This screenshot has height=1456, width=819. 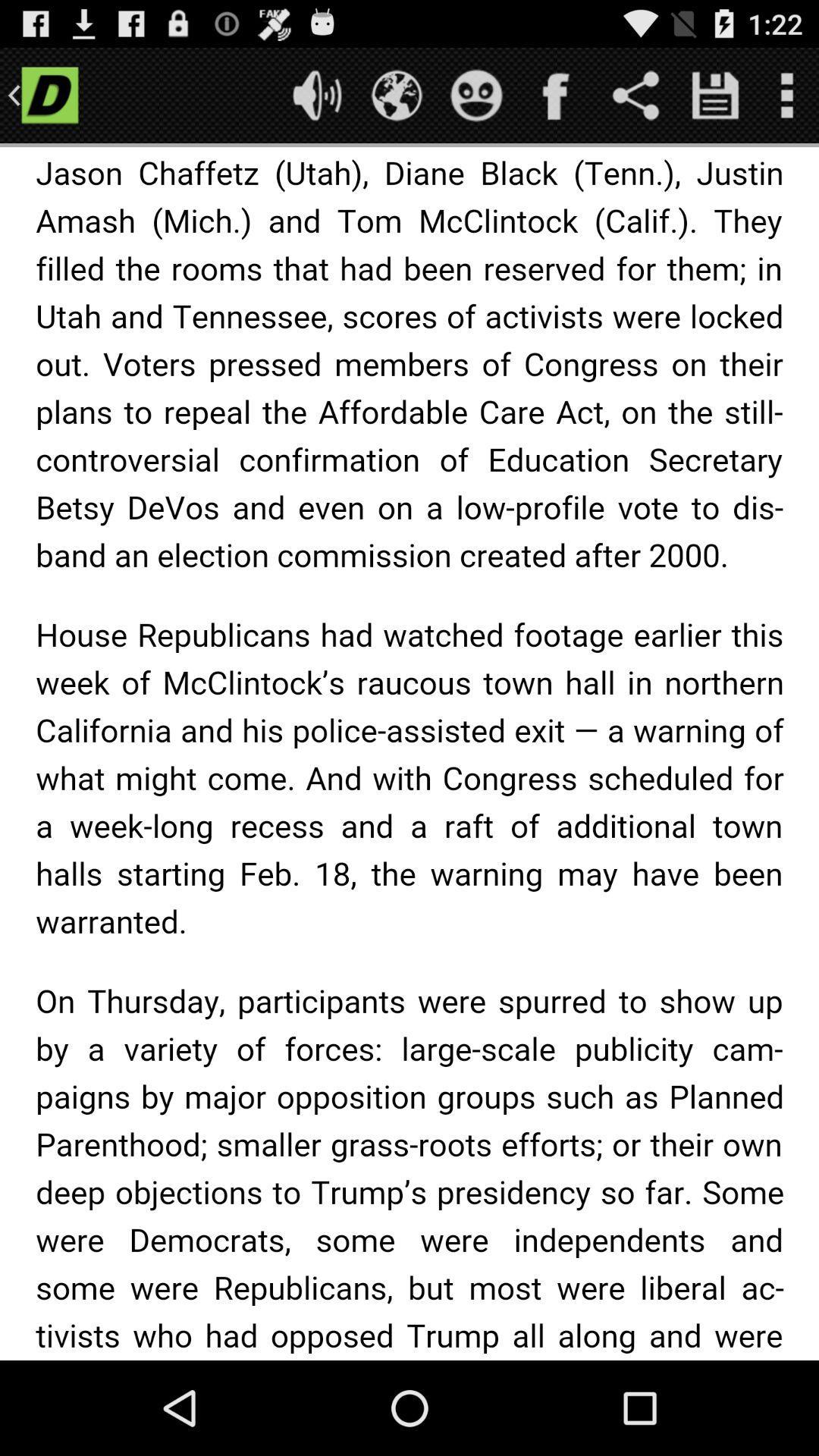 I want to click on options menu, so click(x=786, y=94).